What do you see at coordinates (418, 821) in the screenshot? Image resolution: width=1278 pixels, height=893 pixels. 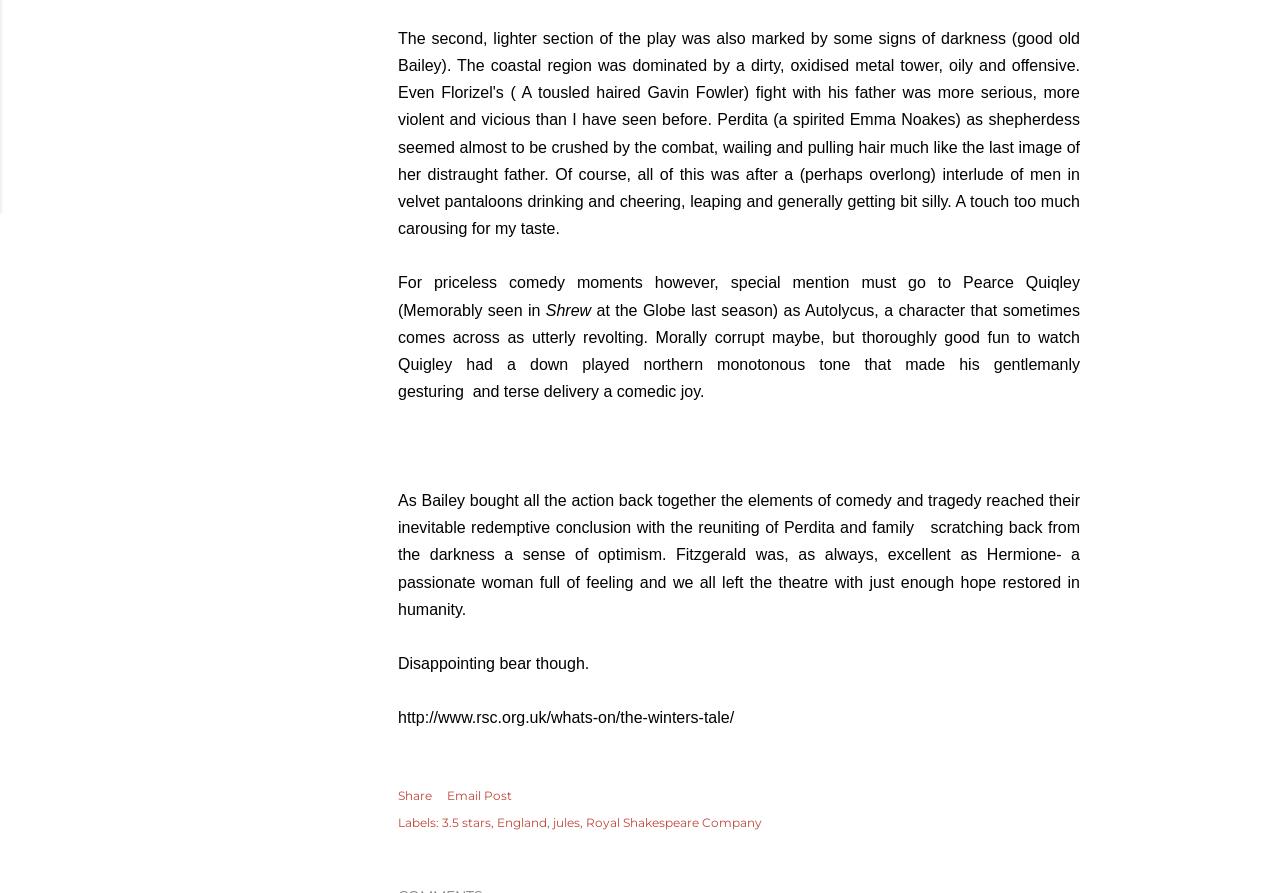 I see `'Labels:'` at bounding box center [418, 821].